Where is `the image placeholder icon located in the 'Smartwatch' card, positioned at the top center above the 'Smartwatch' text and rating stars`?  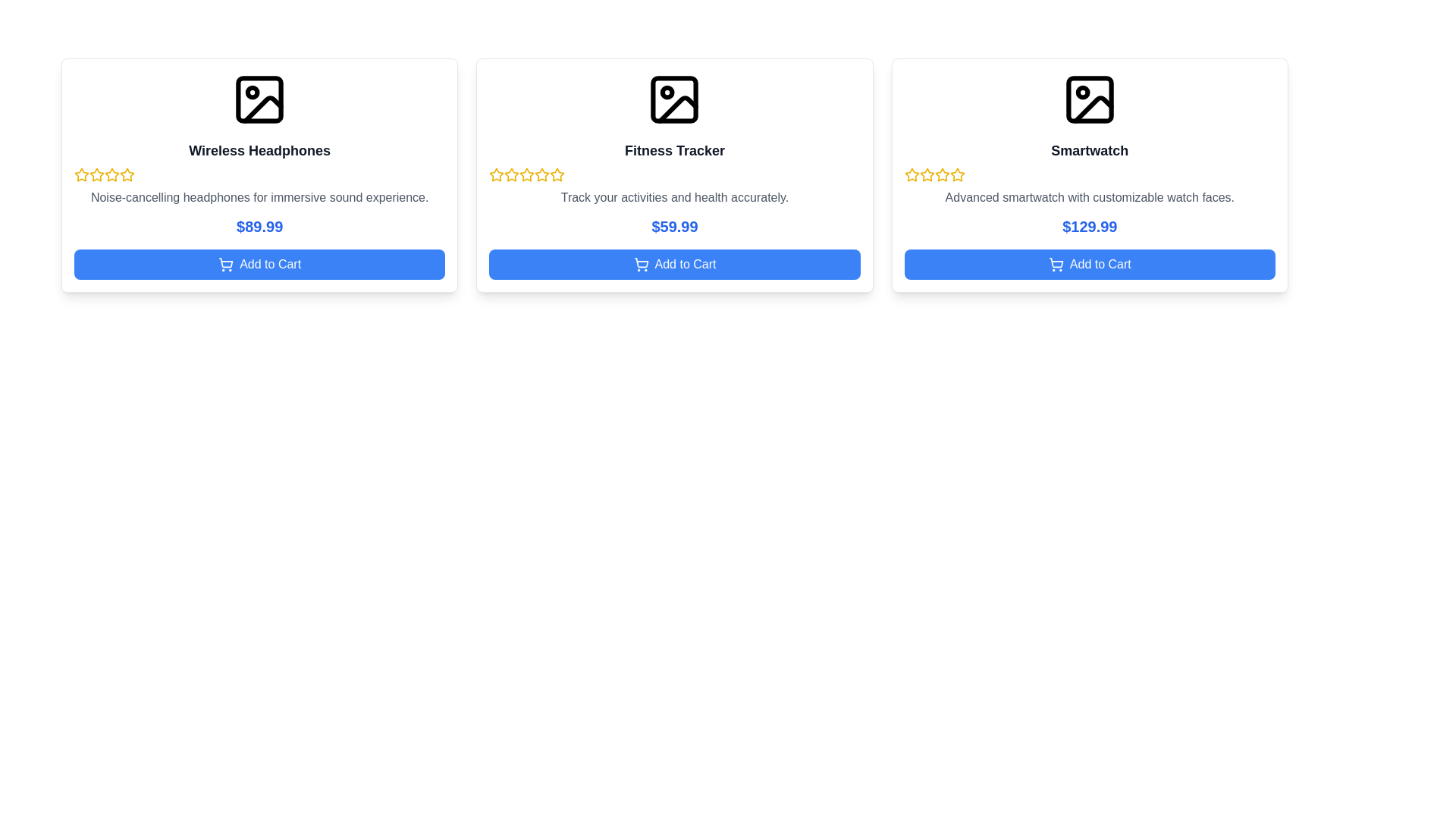 the image placeholder icon located in the 'Smartwatch' card, positioned at the top center above the 'Smartwatch' text and rating stars is located at coordinates (1089, 99).